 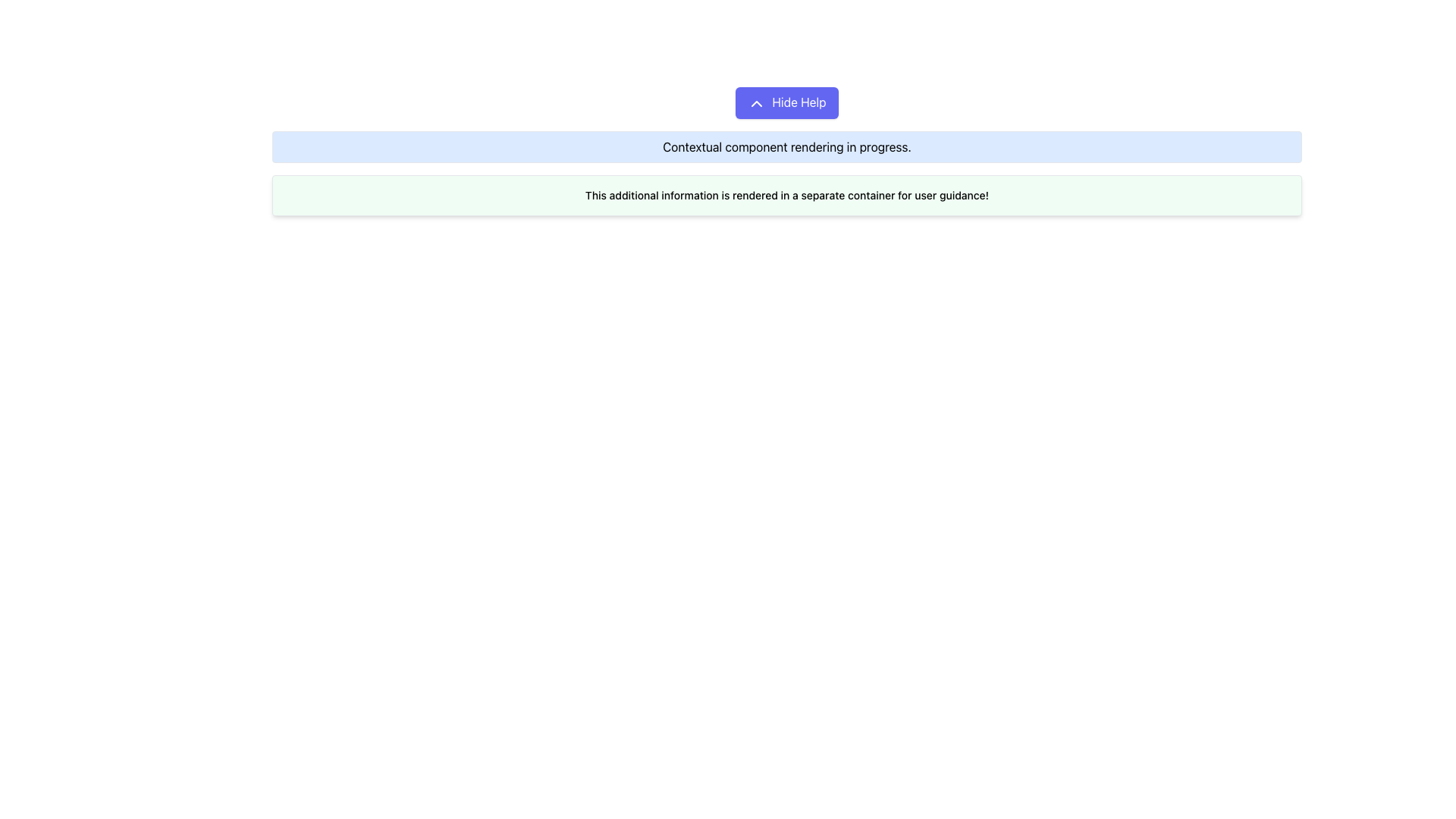 I want to click on the informational Text label located directly below the 'Contextual component rendering in progress' section, which provides additional instructions to the user, so click(x=786, y=194).